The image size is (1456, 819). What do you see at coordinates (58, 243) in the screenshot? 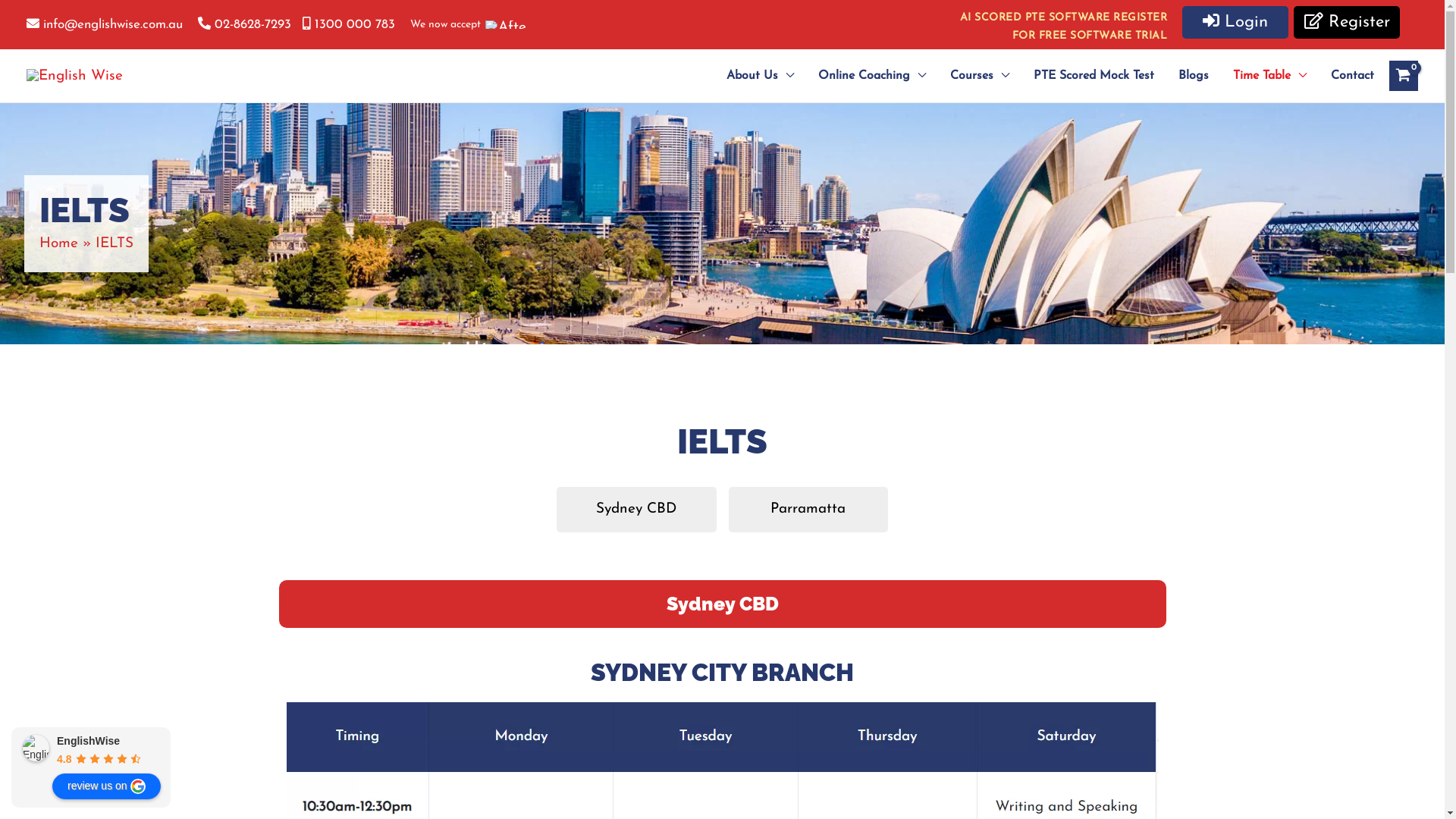
I see `'Home'` at bounding box center [58, 243].